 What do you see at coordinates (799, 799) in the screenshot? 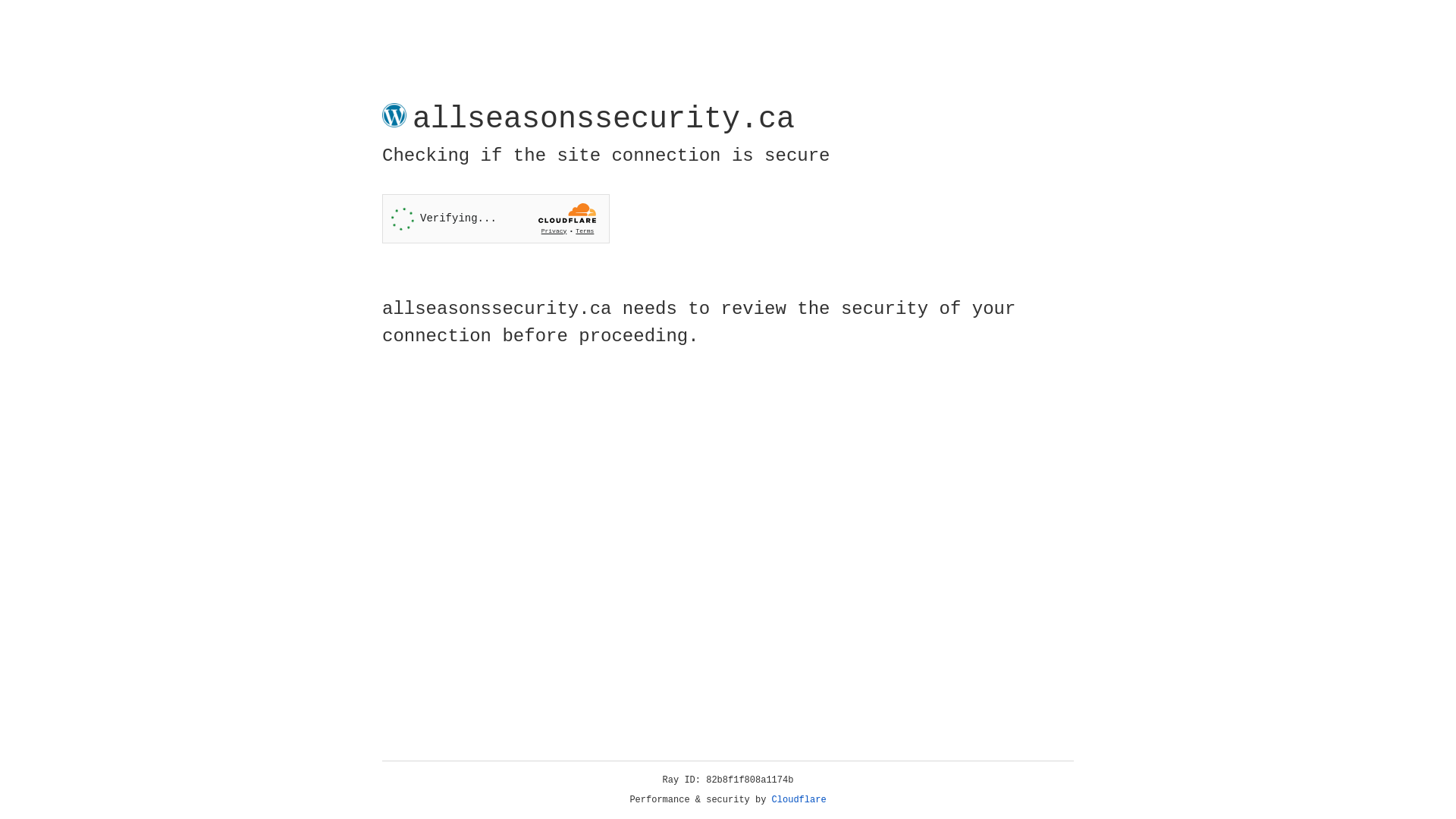
I see `'Cloudflare'` at bounding box center [799, 799].